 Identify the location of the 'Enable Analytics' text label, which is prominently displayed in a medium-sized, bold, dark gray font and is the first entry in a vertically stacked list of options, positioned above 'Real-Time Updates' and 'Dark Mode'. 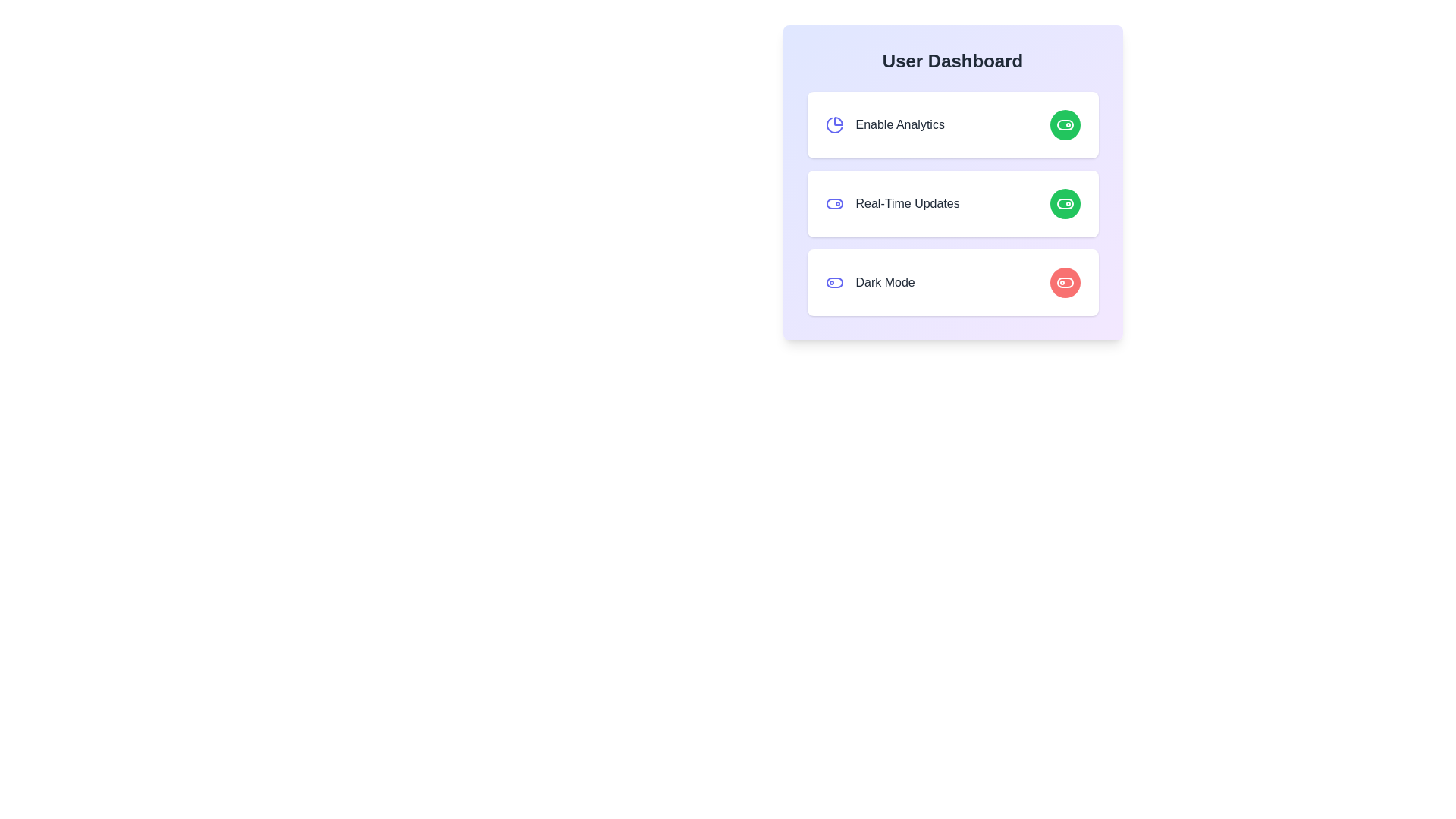
(885, 124).